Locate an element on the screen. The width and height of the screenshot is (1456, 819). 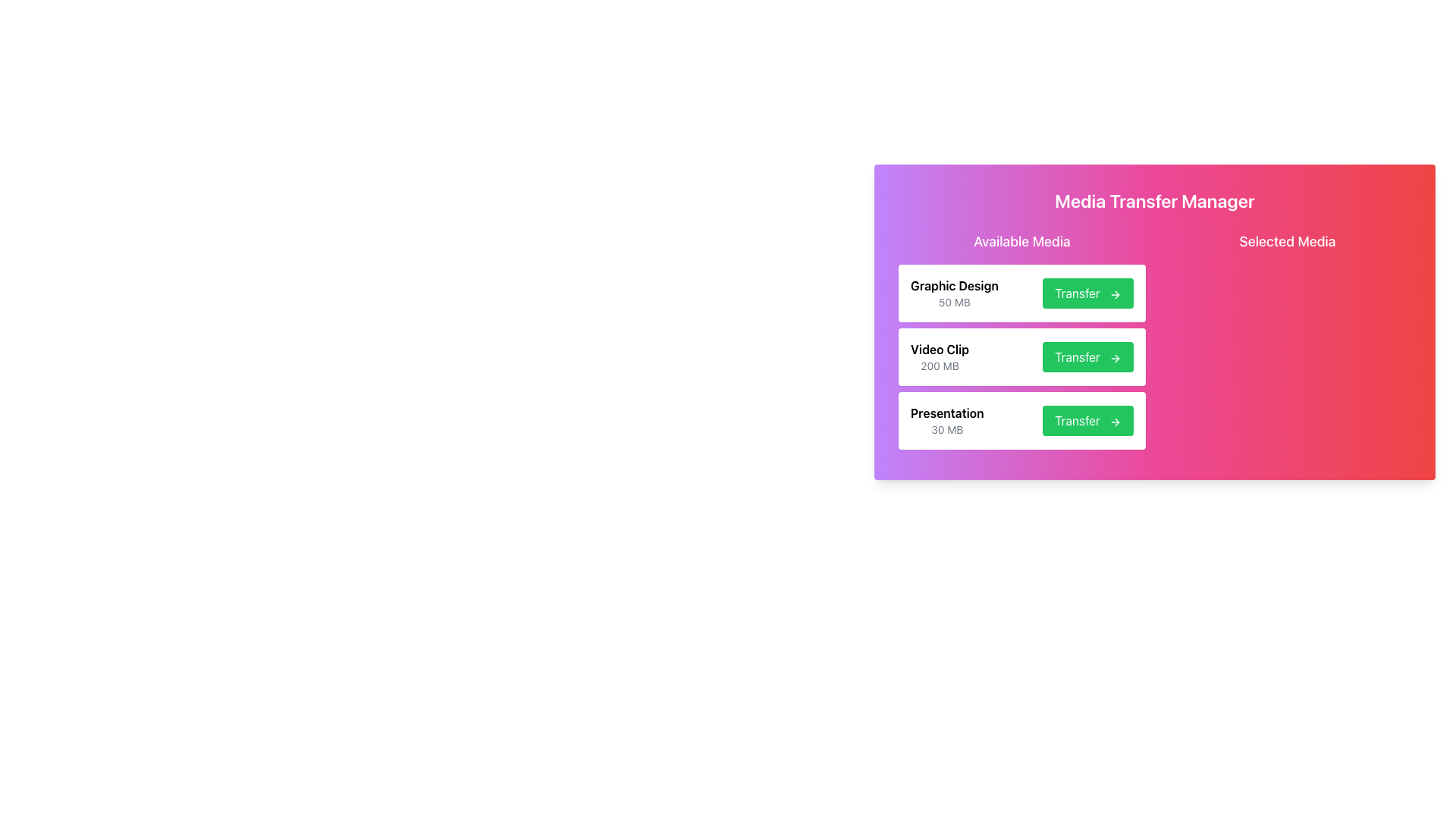
the first media list item displaying 'Graphic Design' and '50 MB' is located at coordinates (1022, 293).